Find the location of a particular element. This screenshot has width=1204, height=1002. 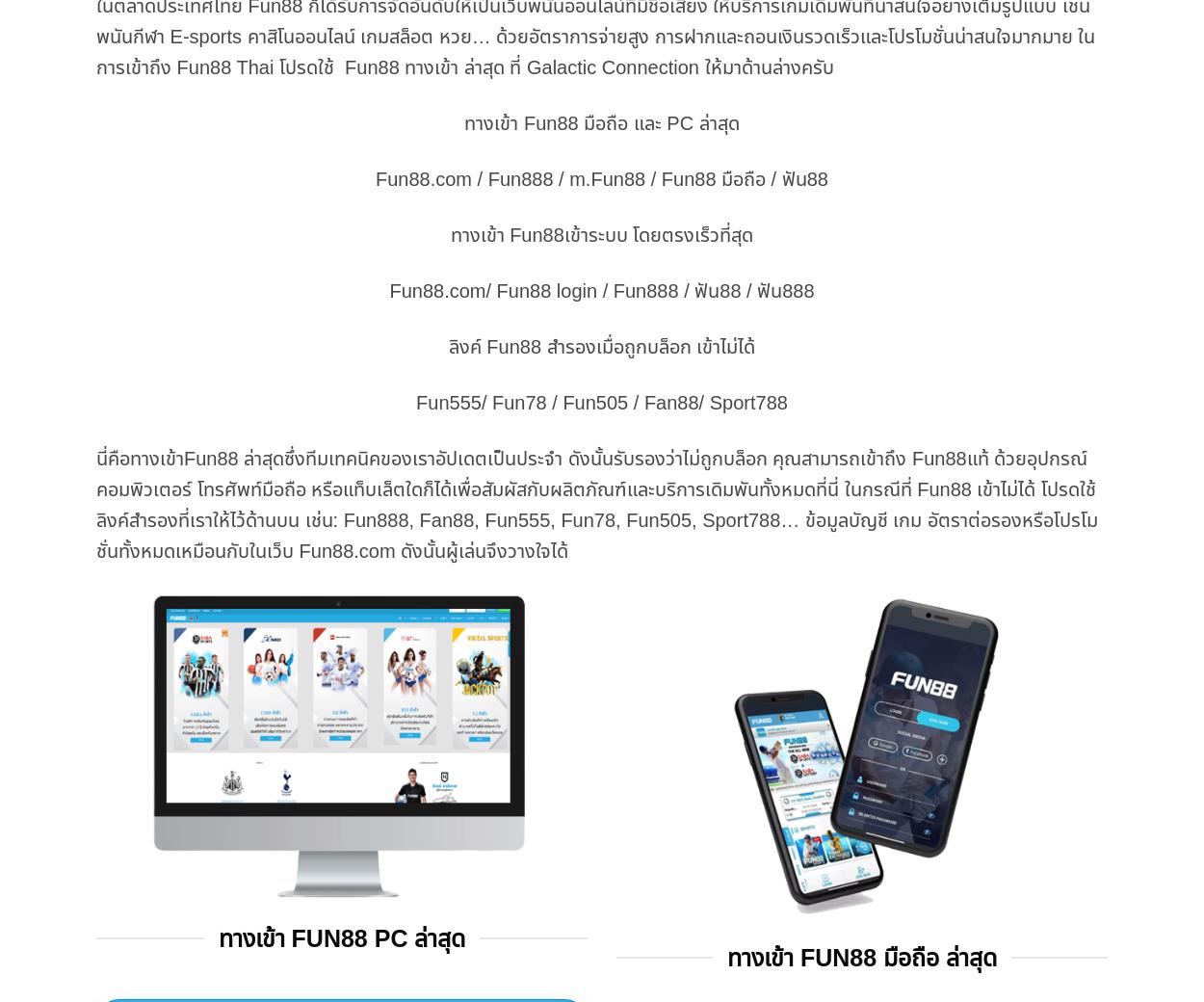

'ฟัน88' is located at coordinates (803, 178).